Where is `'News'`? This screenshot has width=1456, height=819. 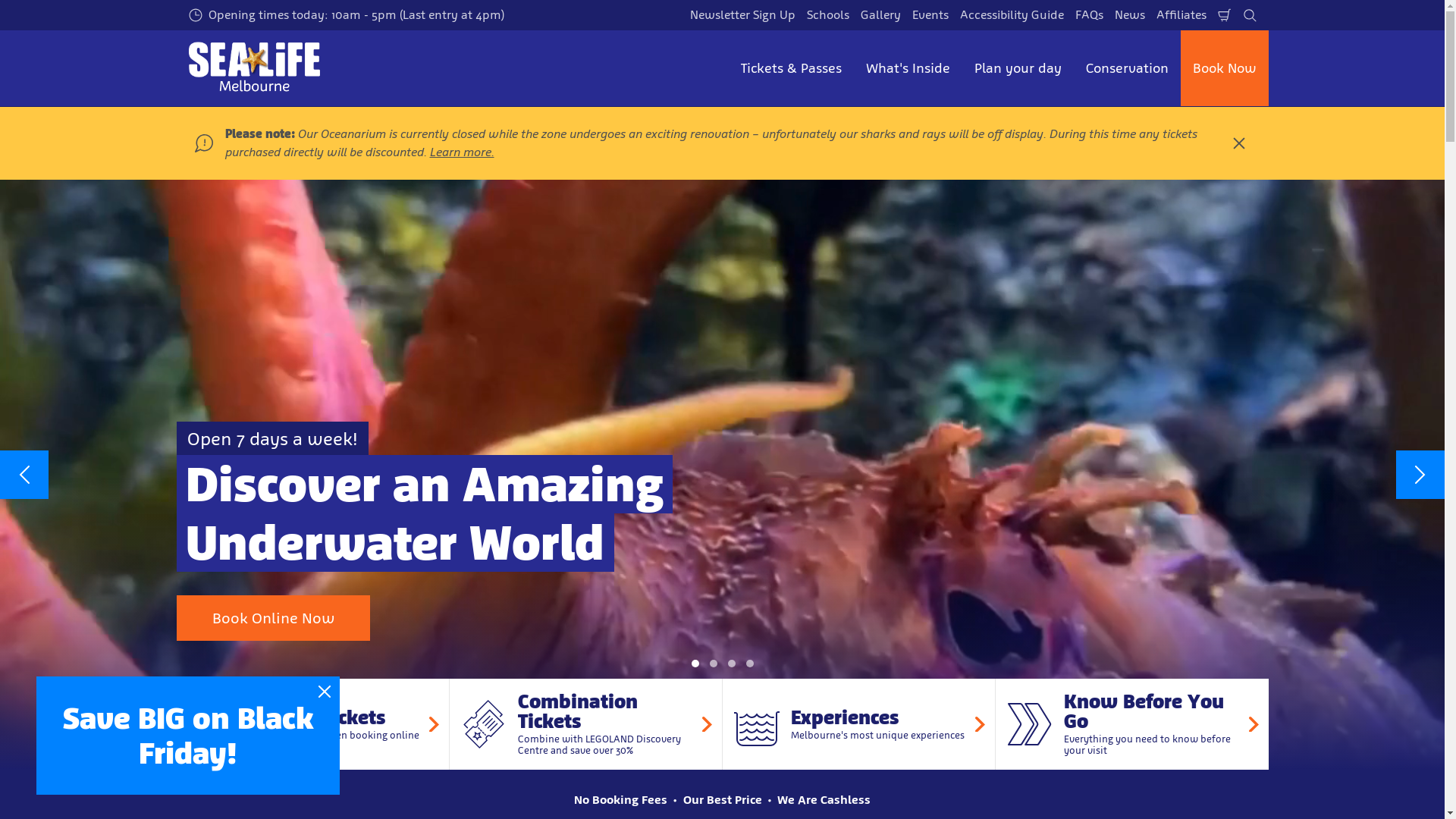 'News' is located at coordinates (1128, 14).